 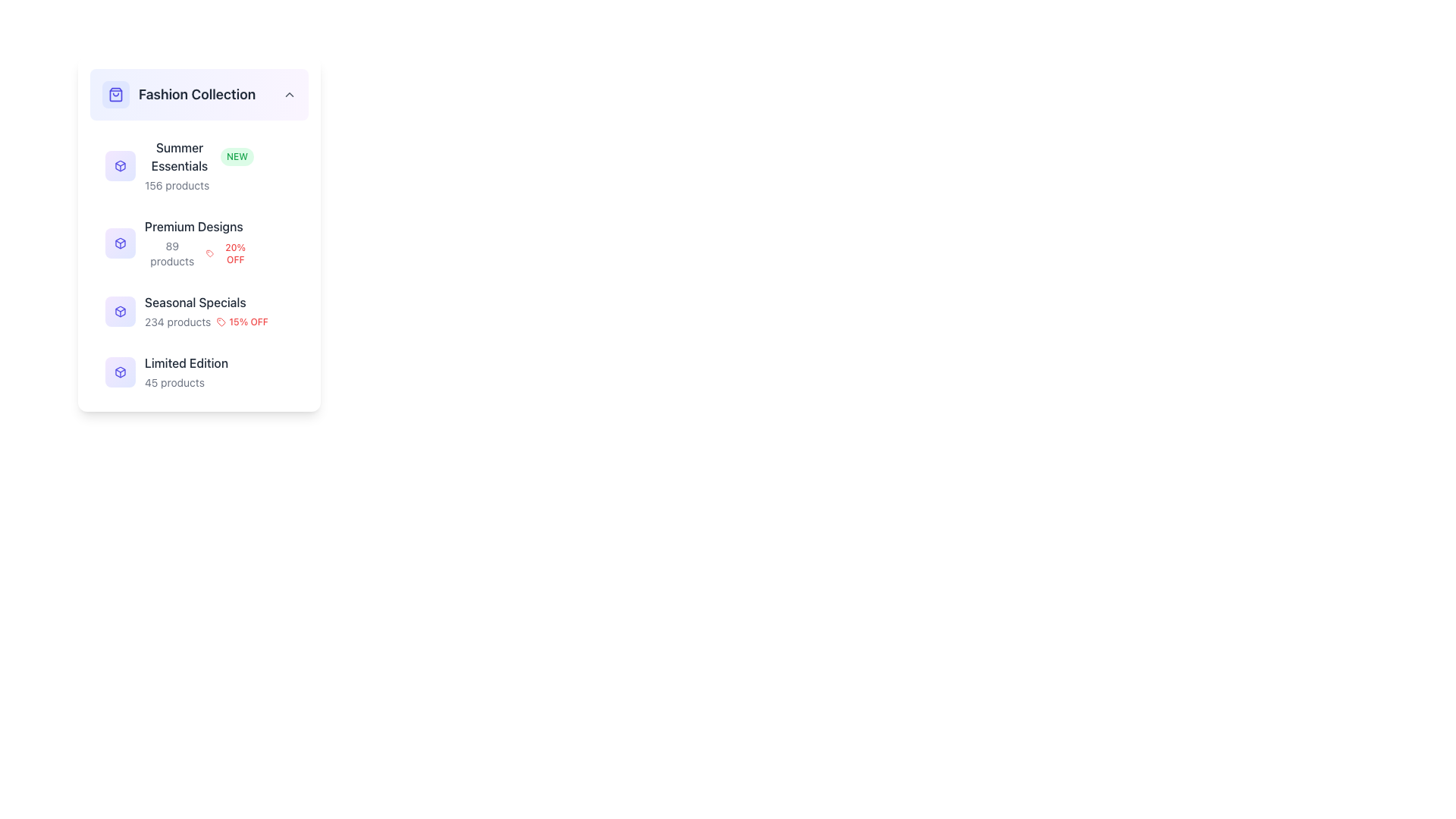 What do you see at coordinates (199, 227) in the screenshot?
I see `text of the label representing 'Premium Designs' located in the 'Fashion Collection' list, positioned second among the items` at bounding box center [199, 227].